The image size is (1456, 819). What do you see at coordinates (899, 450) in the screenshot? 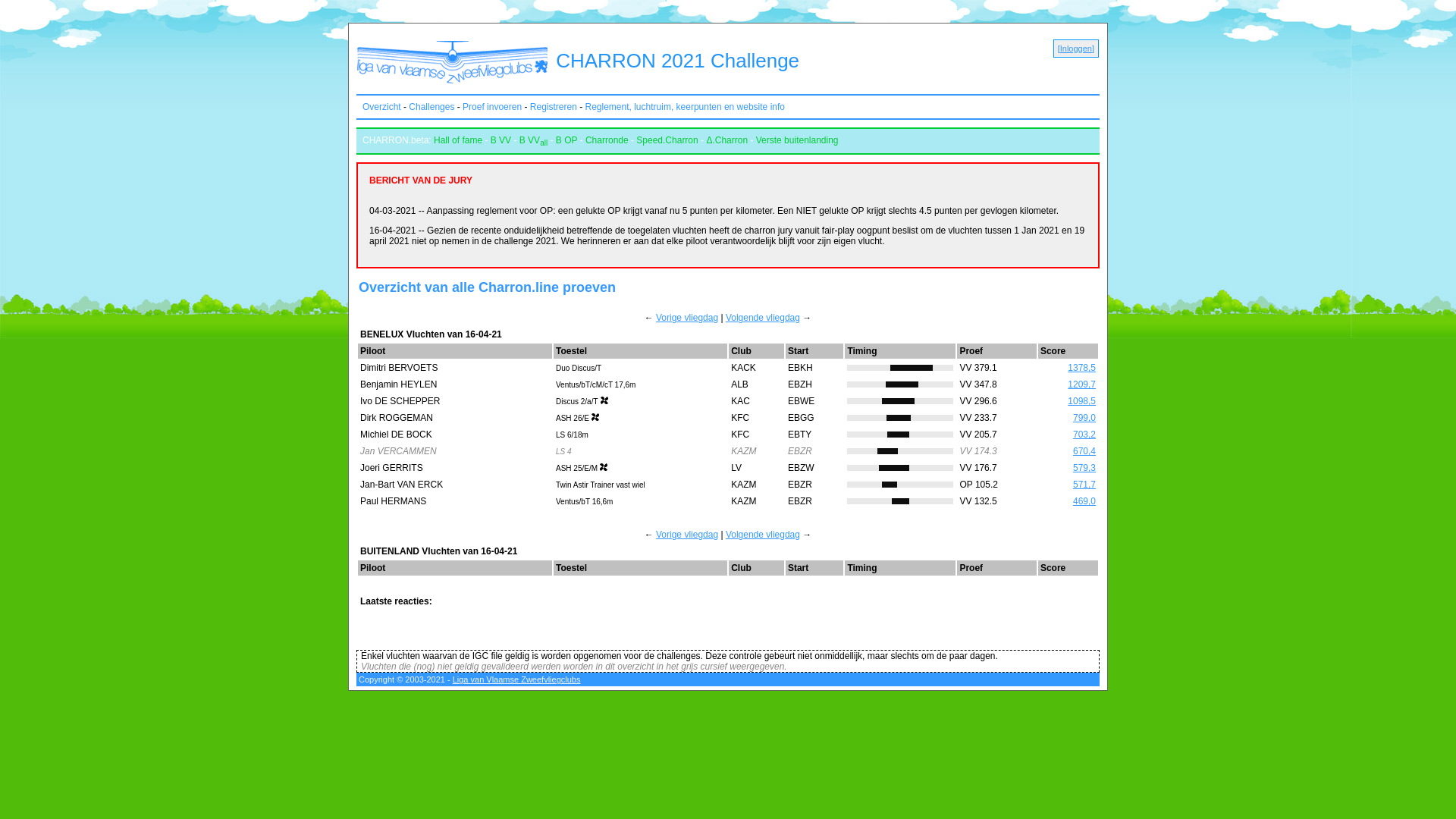
I see `'Begin tijdsbalk: 6:00 UTC, Einde tijdsbalk: 20:00 UTC'` at bounding box center [899, 450].